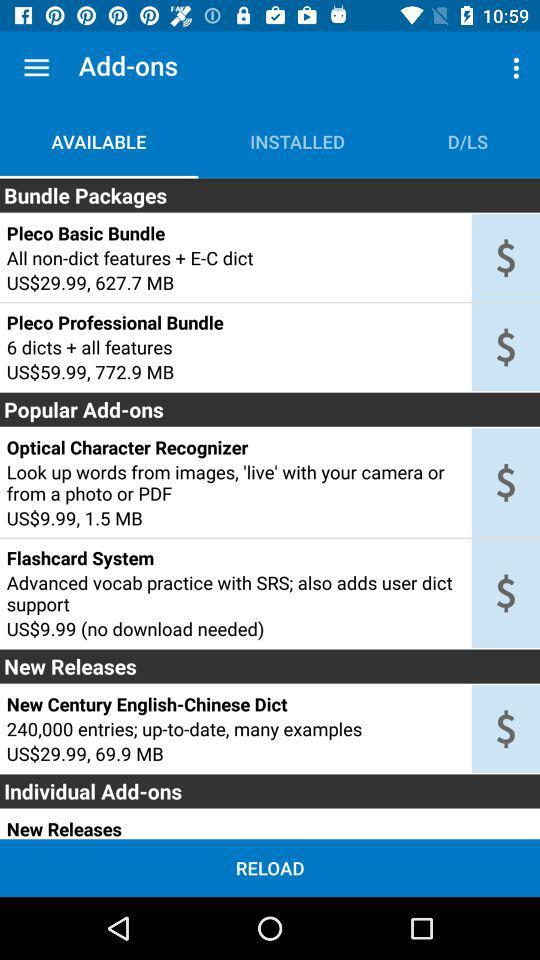 The width and height of the screenshot is (540, 960). Describe the element at coordinates (234, 447) in the screenshot. I see `the icon below popular add-ons item` at that location.